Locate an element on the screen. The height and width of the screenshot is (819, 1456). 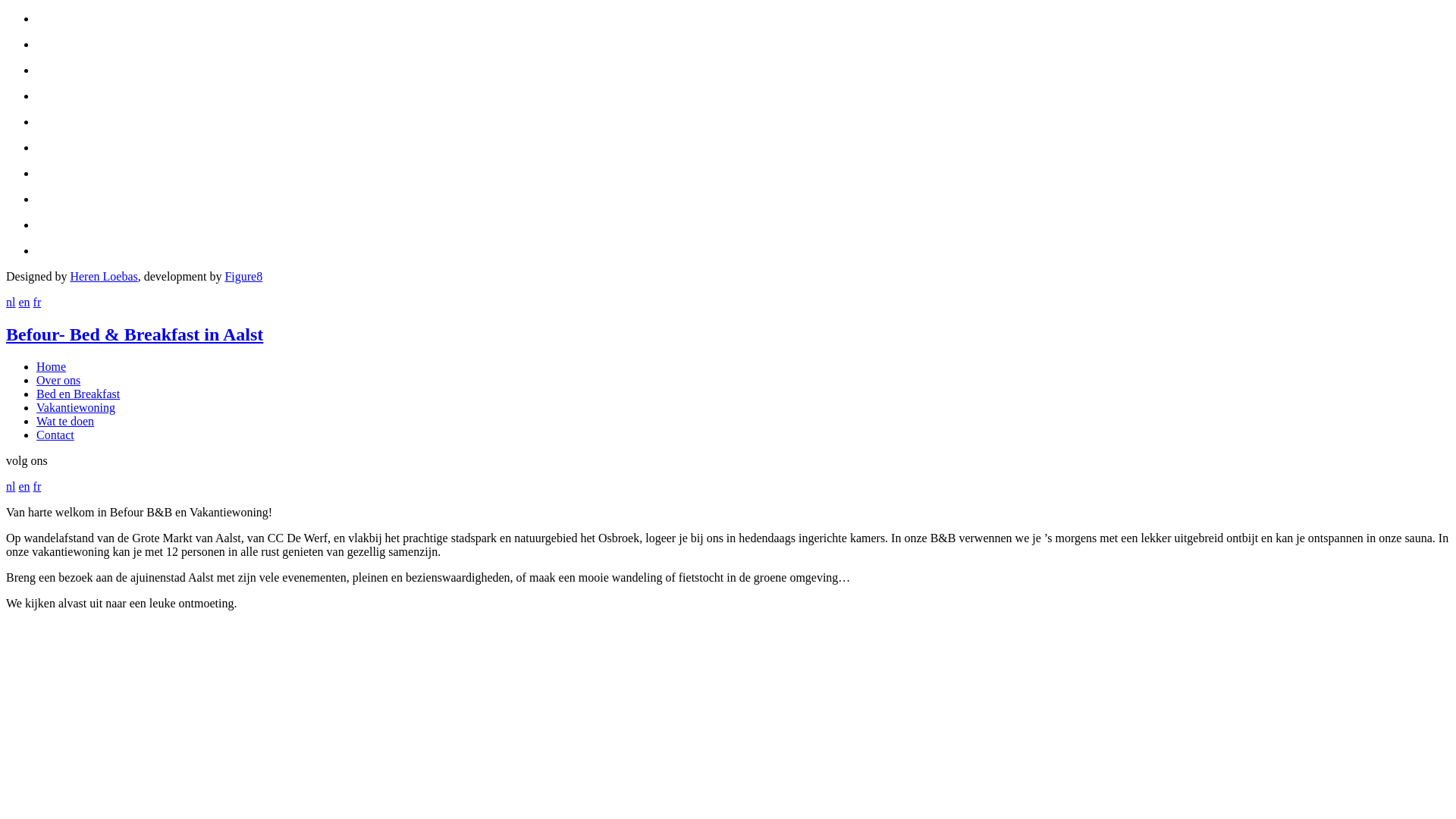
'Over ons' is located at coordinates (58, 379).